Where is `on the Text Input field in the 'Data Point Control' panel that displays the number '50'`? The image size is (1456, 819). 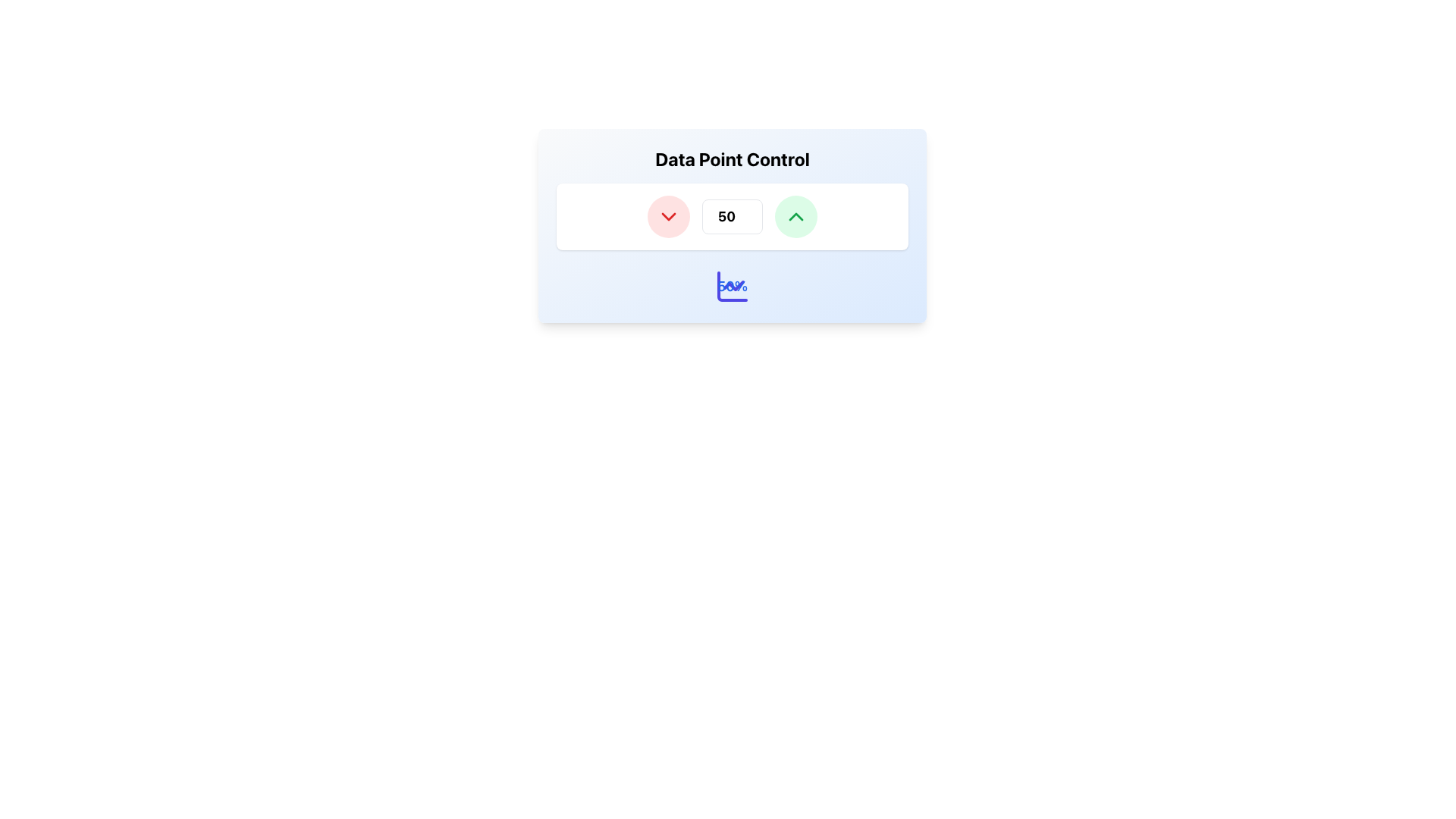 on the Text Input field in the 'Data Point Control' panel that displays the number '50' is located at coordinates (732, 225).